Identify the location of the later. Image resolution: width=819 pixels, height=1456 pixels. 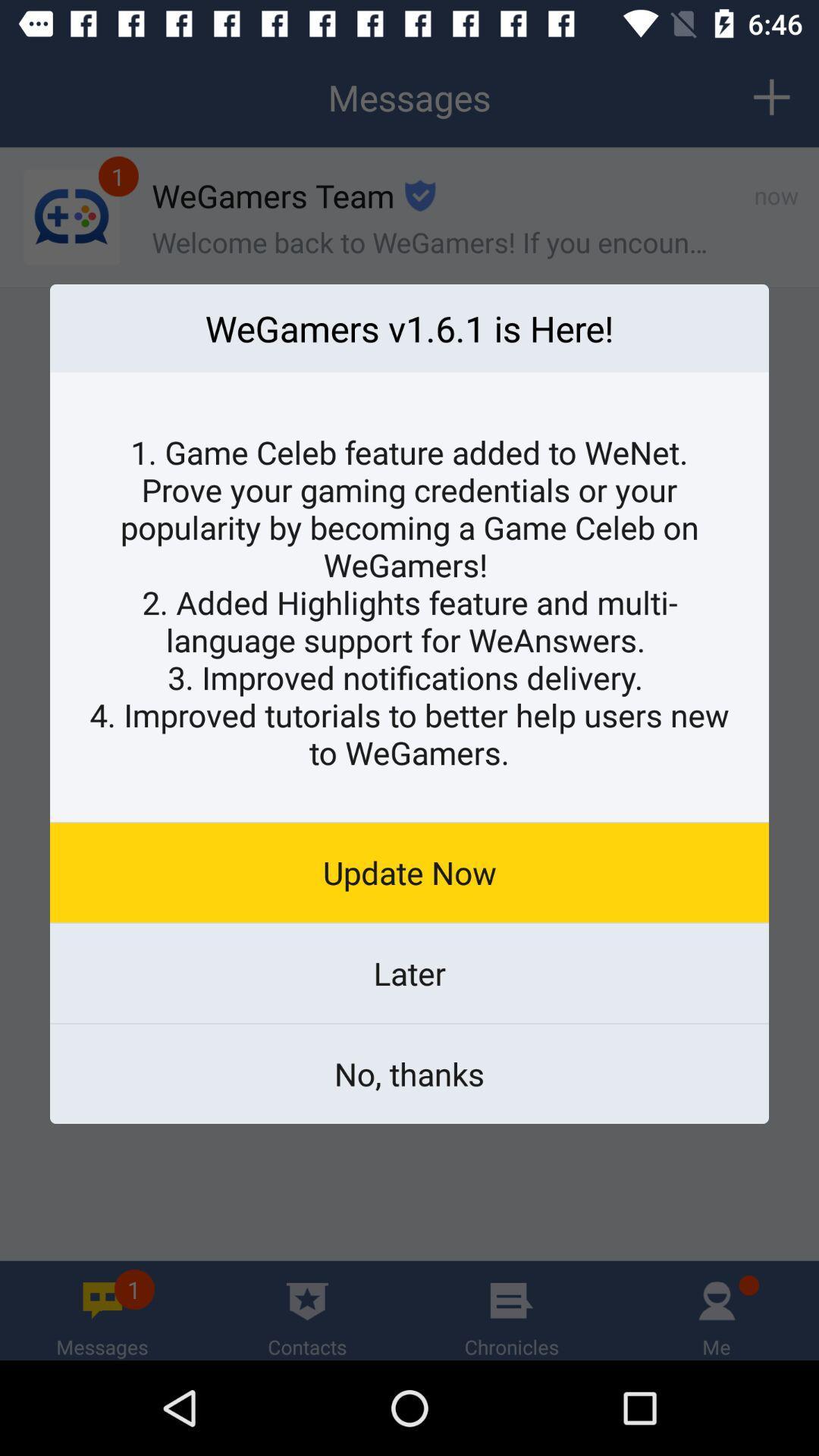
(409, 973).